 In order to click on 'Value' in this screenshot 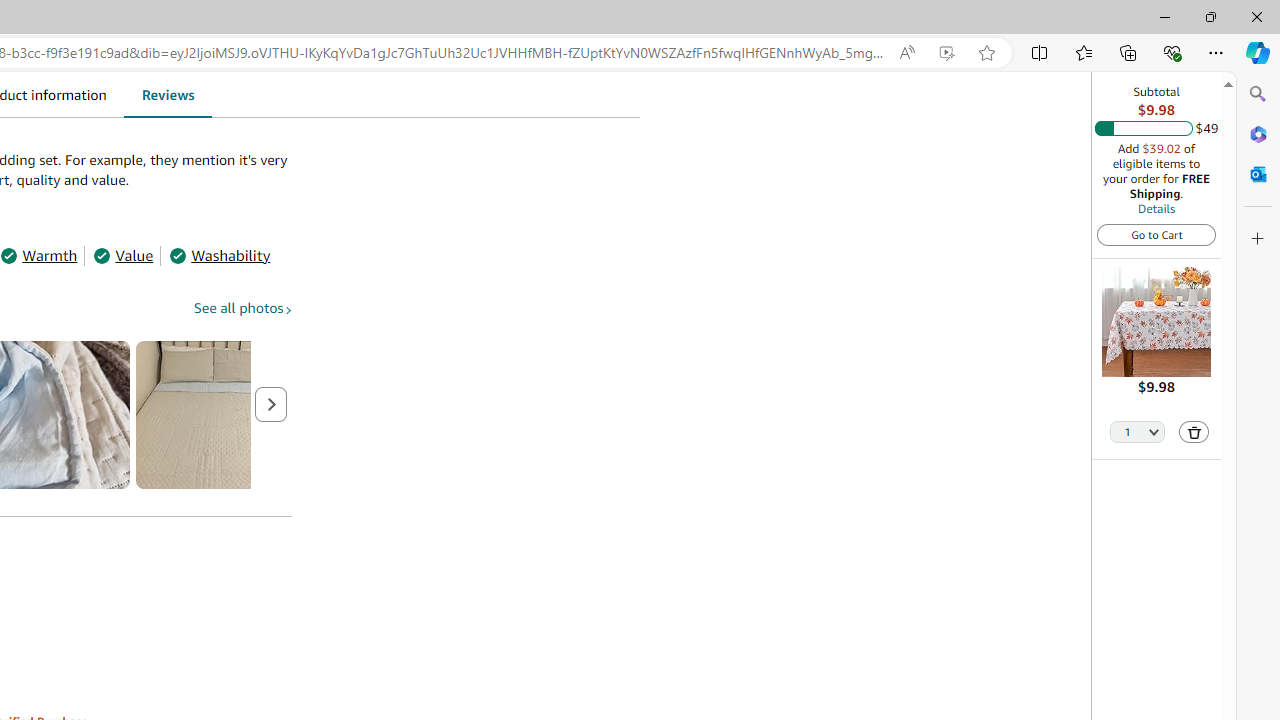, I will do `click(122, 254)`.